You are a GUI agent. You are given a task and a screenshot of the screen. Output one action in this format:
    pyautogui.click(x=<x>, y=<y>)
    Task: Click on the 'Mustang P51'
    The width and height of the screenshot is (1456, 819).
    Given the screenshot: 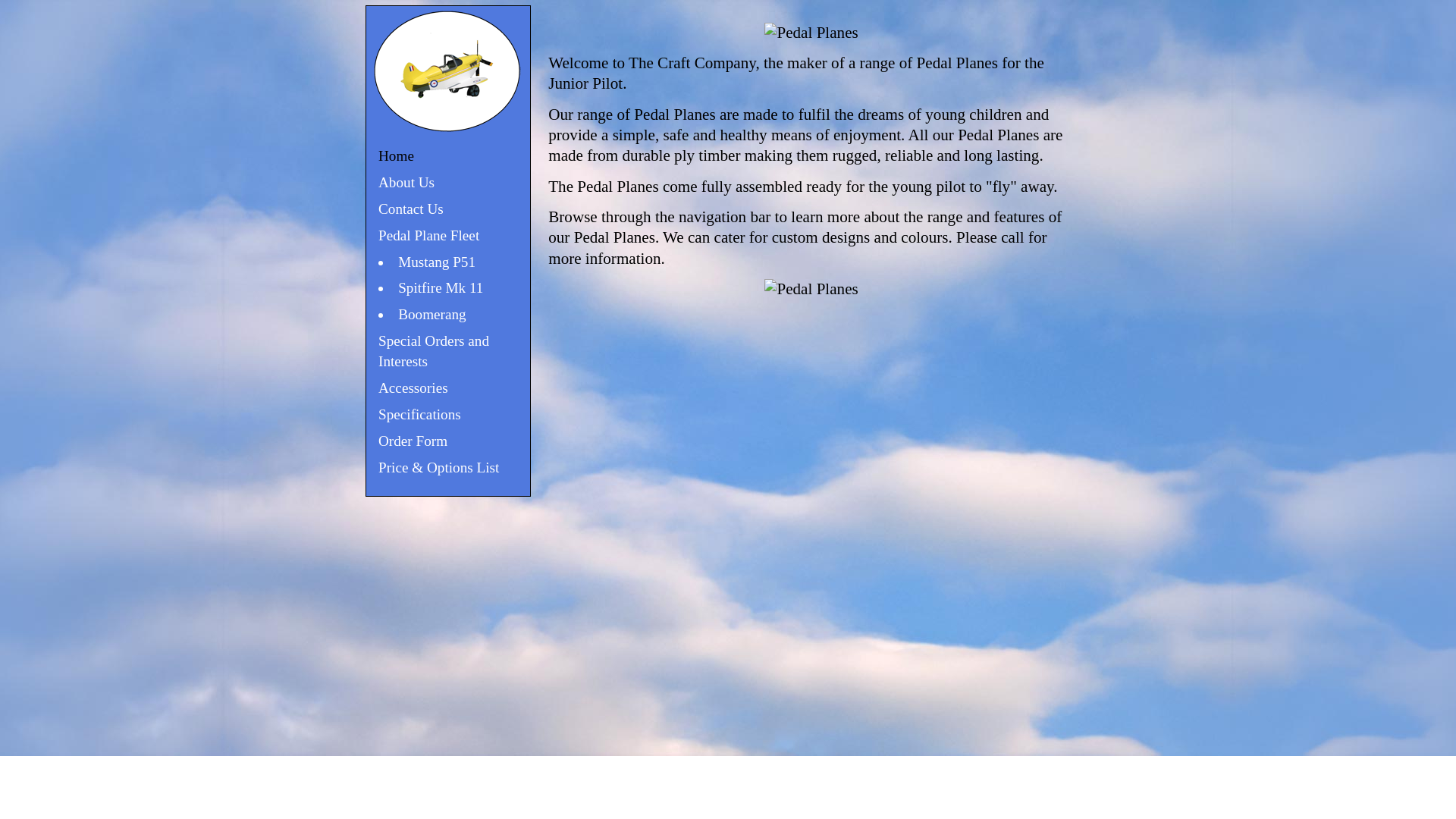 What is the action you would take?
    pyautogui.click(x=436, y=260)
    